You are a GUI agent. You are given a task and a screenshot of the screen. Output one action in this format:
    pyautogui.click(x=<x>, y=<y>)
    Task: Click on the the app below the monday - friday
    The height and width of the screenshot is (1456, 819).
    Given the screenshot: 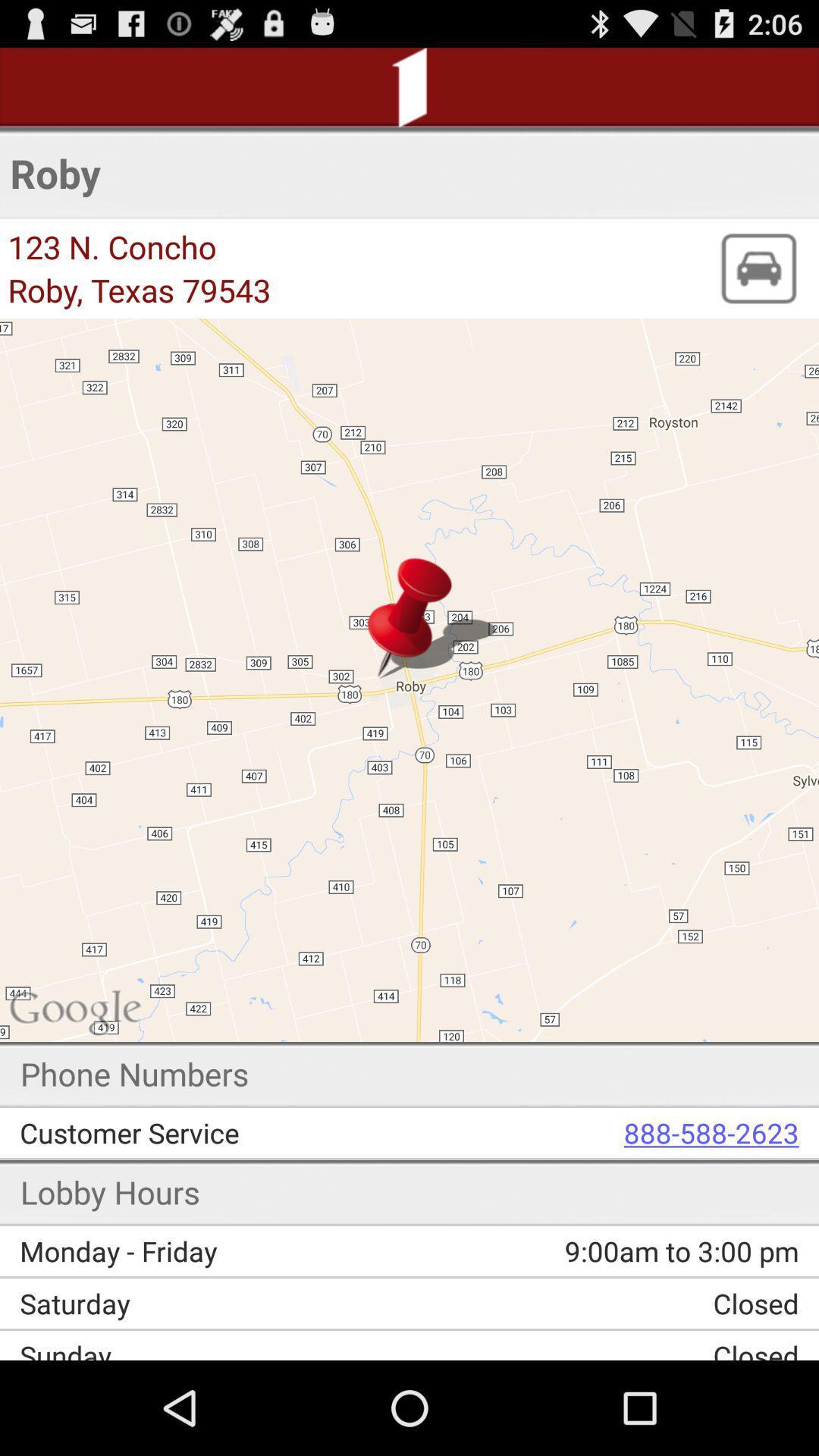 What is the action you would take?
    pyautogui.click(x=220, y=1302)
    